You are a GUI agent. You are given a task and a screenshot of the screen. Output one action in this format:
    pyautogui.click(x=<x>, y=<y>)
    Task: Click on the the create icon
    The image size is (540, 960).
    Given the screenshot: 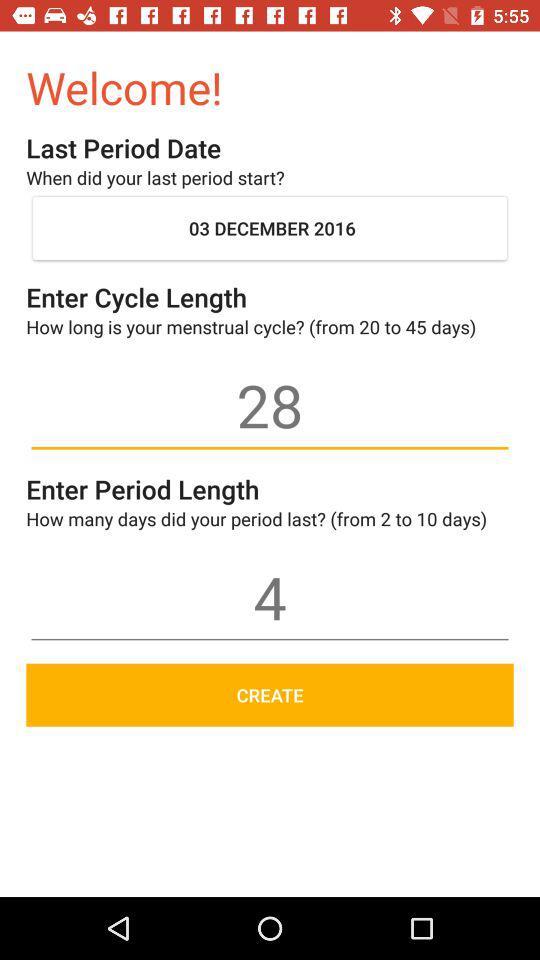 What is the action you would take?
    pyautogui.click(x=270, y=695)
    